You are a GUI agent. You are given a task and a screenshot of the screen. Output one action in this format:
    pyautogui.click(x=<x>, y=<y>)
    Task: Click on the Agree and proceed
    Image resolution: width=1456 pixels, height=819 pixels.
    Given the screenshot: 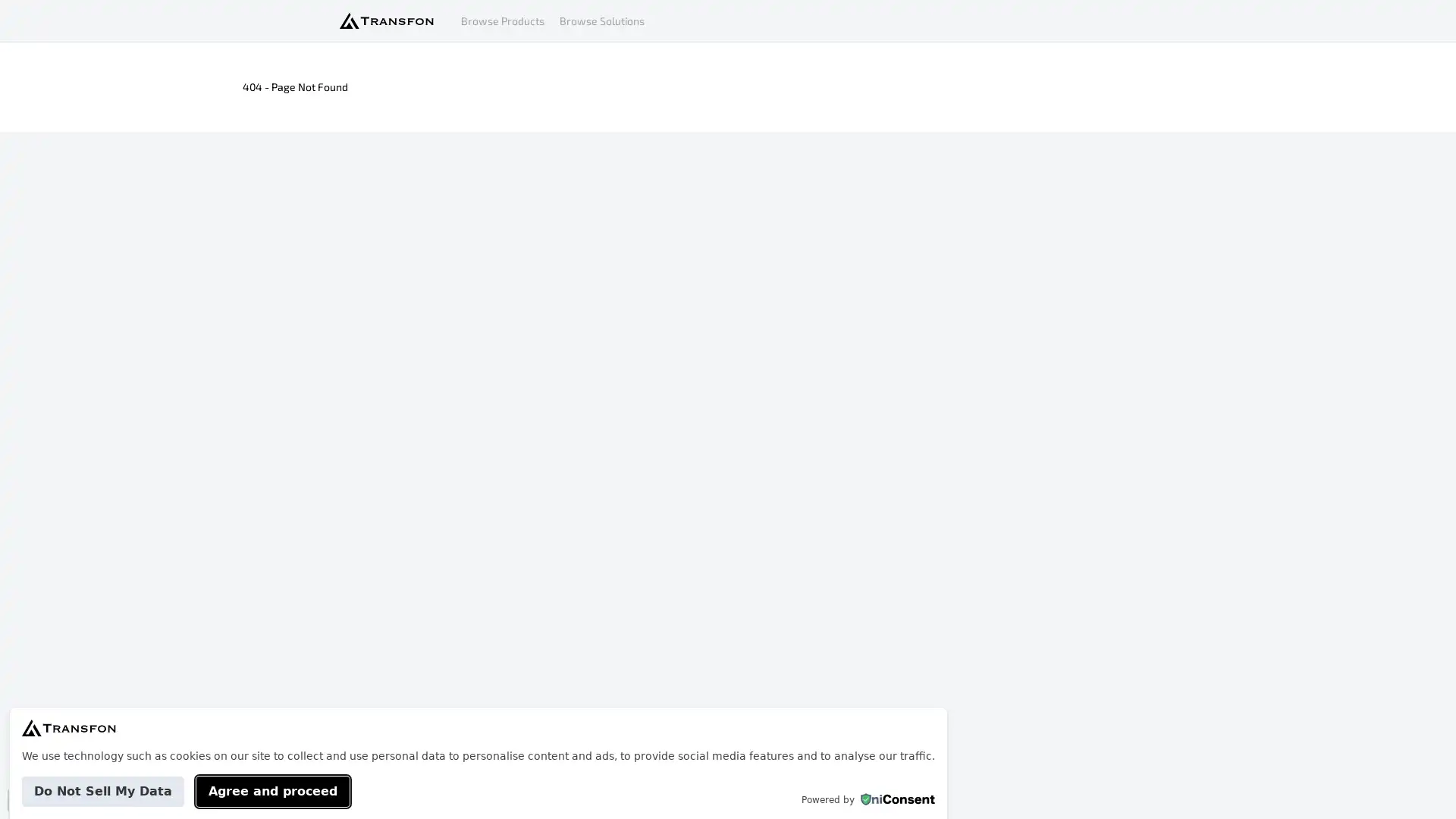 What is the action you would take?
    pyautogui.click(x=273, y=791)
    